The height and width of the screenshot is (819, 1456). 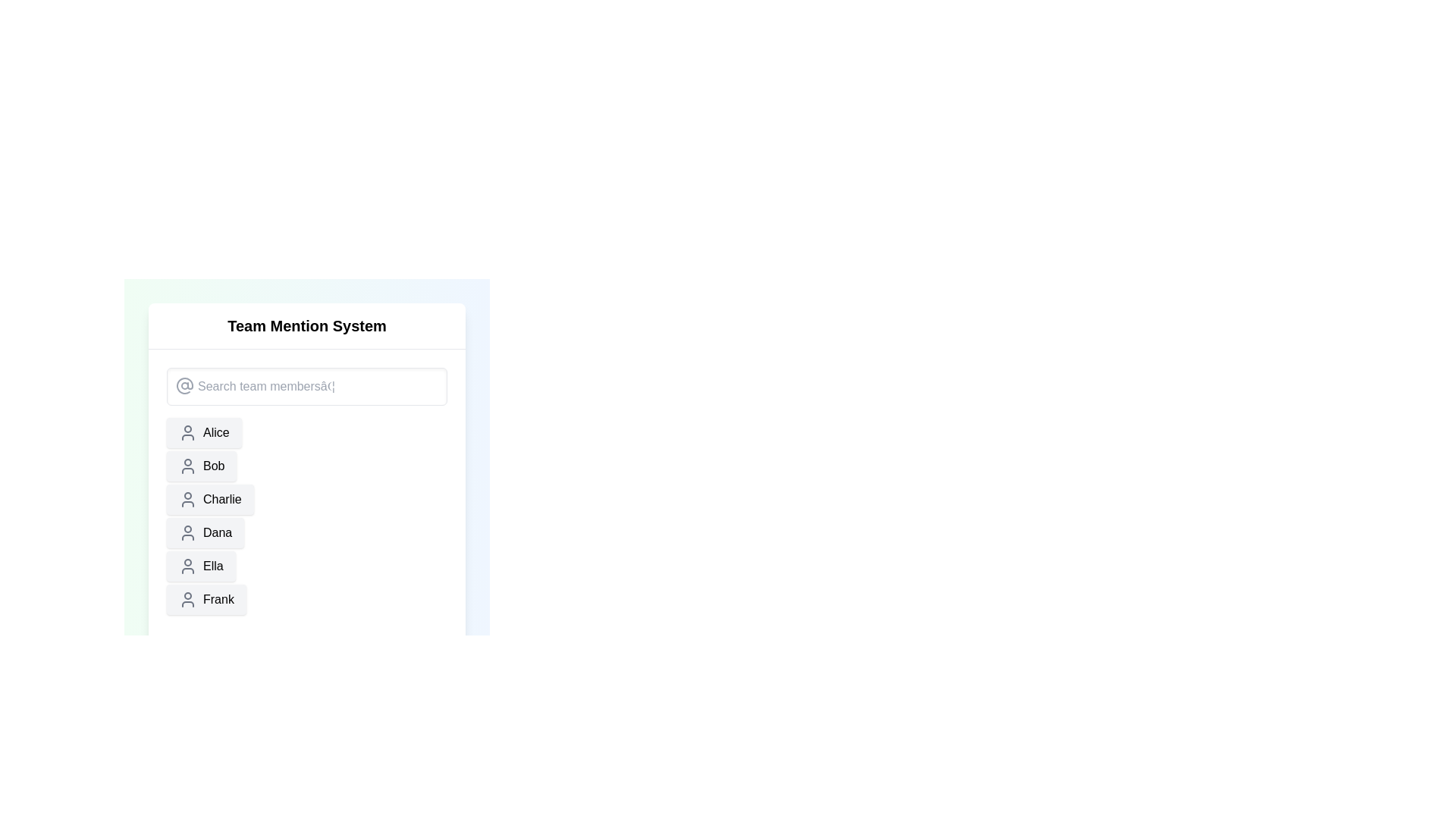 I want to click on the interactive list item representing 'Charlie', so click(x=209, y=500).